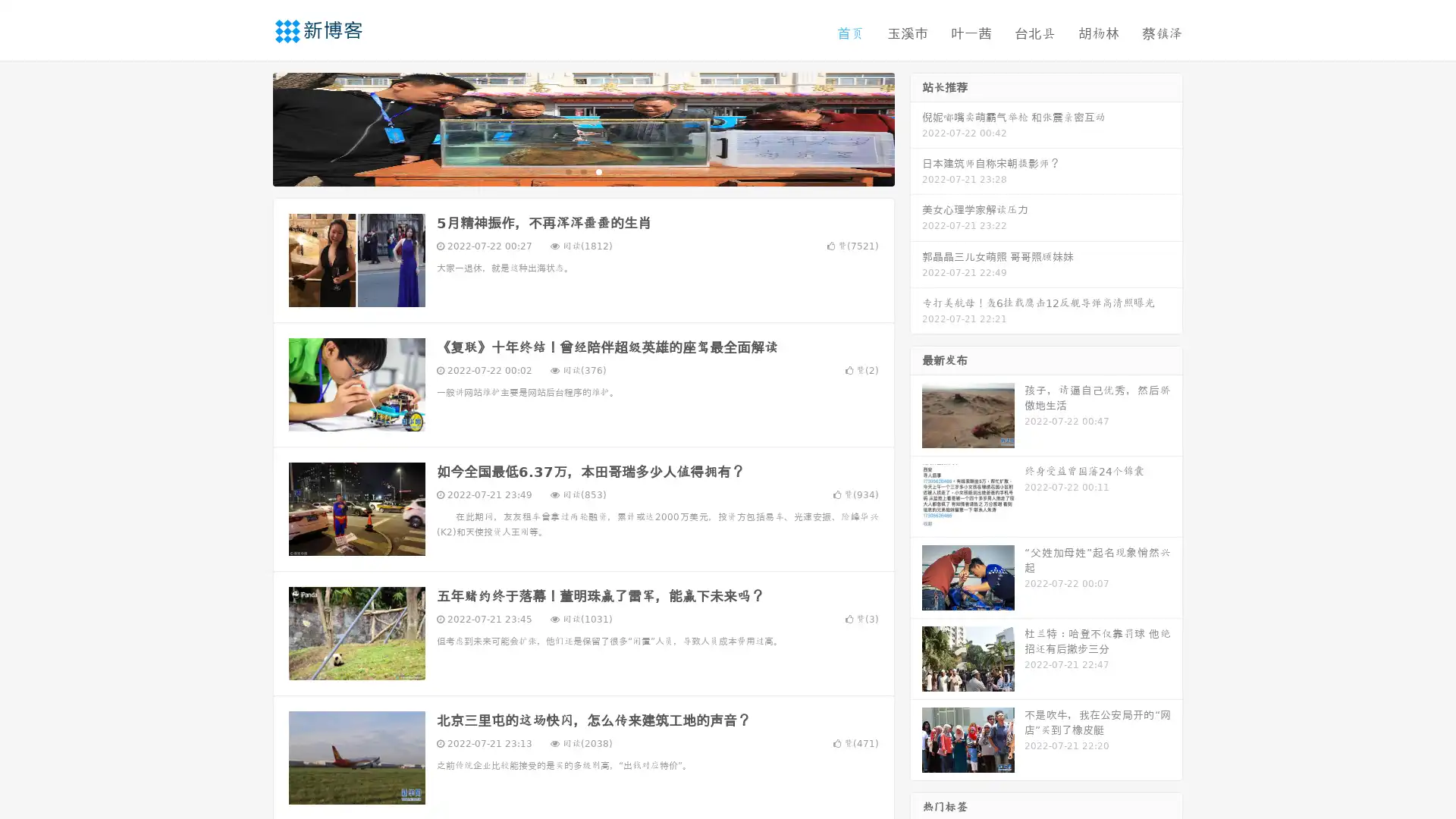  What do you see at coordinates (582, 171) in the screenshot?
I see `Go to slide 2` at bounding box center [582, 171].